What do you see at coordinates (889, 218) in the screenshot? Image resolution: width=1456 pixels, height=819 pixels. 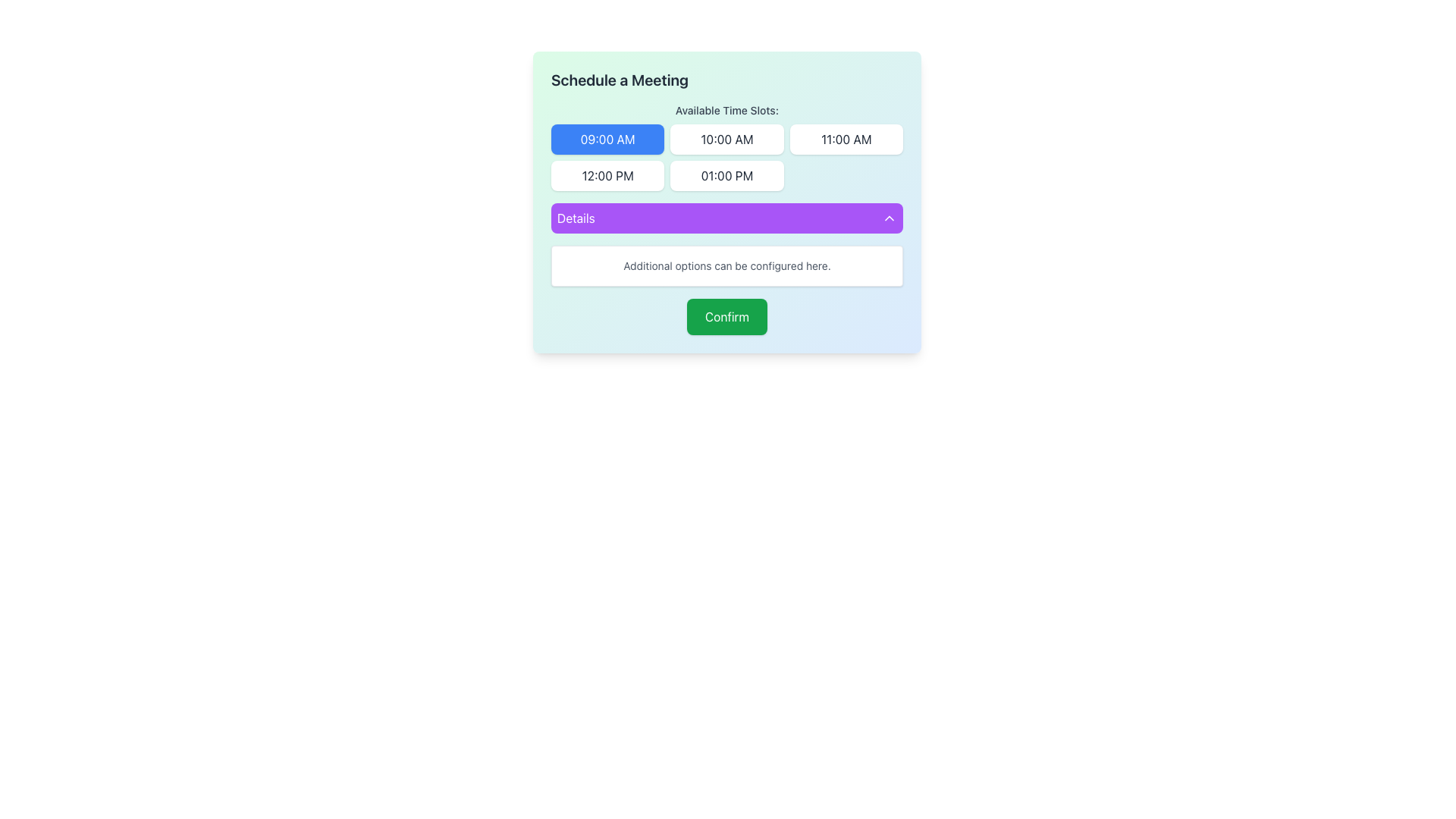 I see `the upward-pointing chevron icon on the right side of the 'Details' bar` at bounding box center [889, 218].